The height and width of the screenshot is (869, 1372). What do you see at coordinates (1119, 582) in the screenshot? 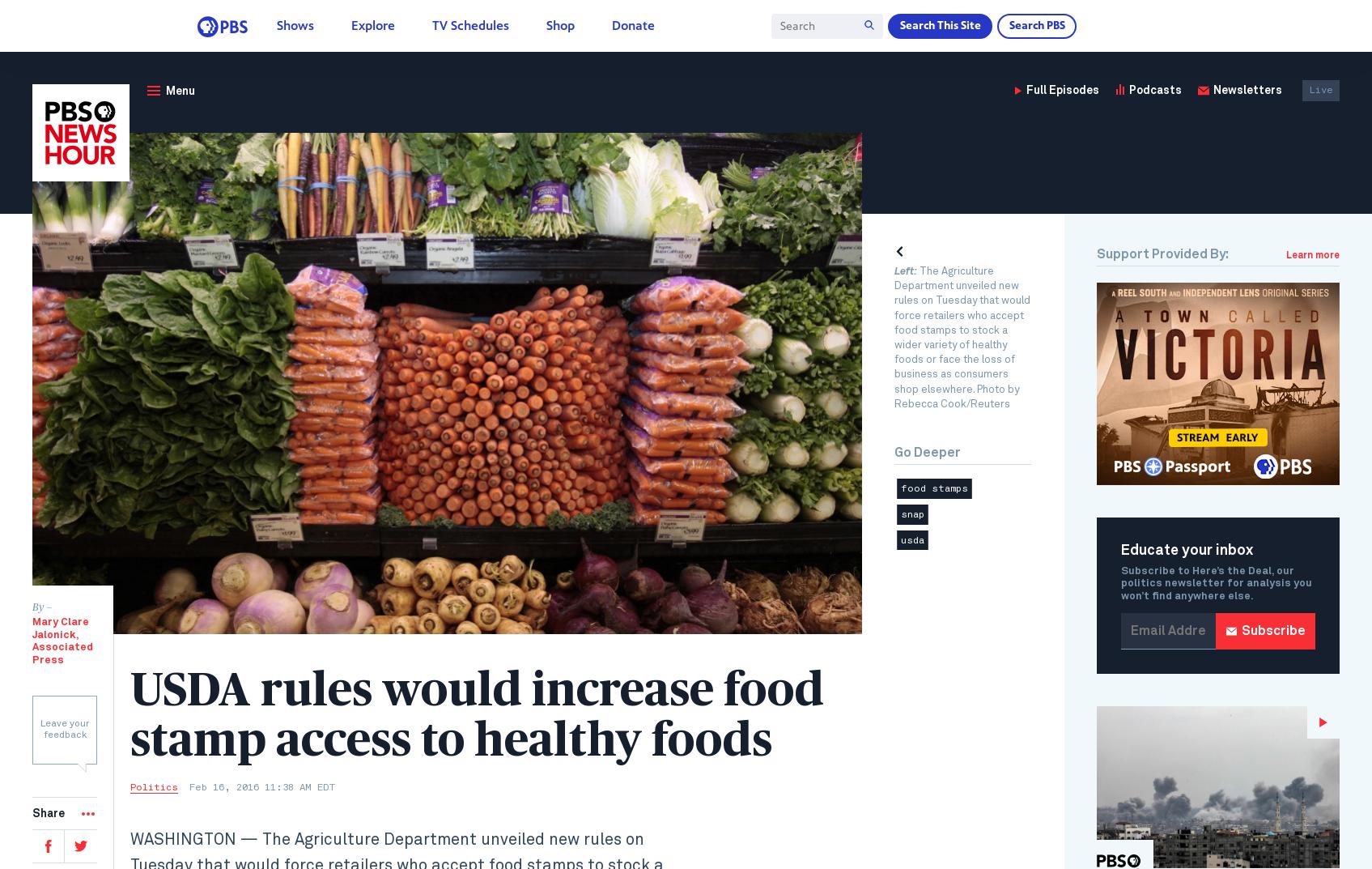
I see `'Subscribe to Here’s the Deal, our politics
                 newsletter for analysis you won’t find anywhere else.'` at bounding box center [1119, 582].